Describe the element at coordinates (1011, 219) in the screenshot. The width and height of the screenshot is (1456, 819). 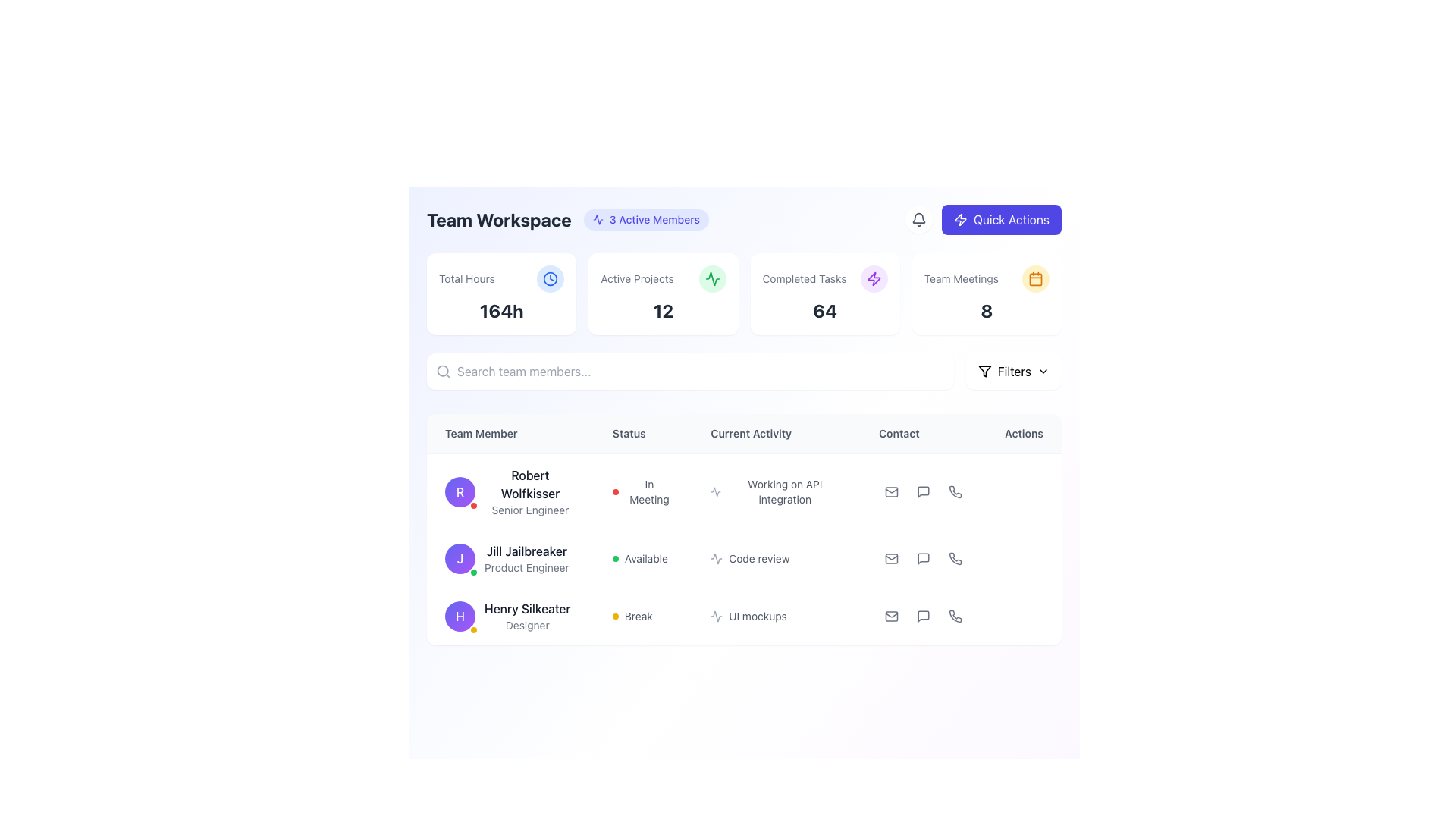
I see `the text label within the button in the top-right corner of the interface to interact with the button that likely opens a menu or interface for quick-access features` at that location.